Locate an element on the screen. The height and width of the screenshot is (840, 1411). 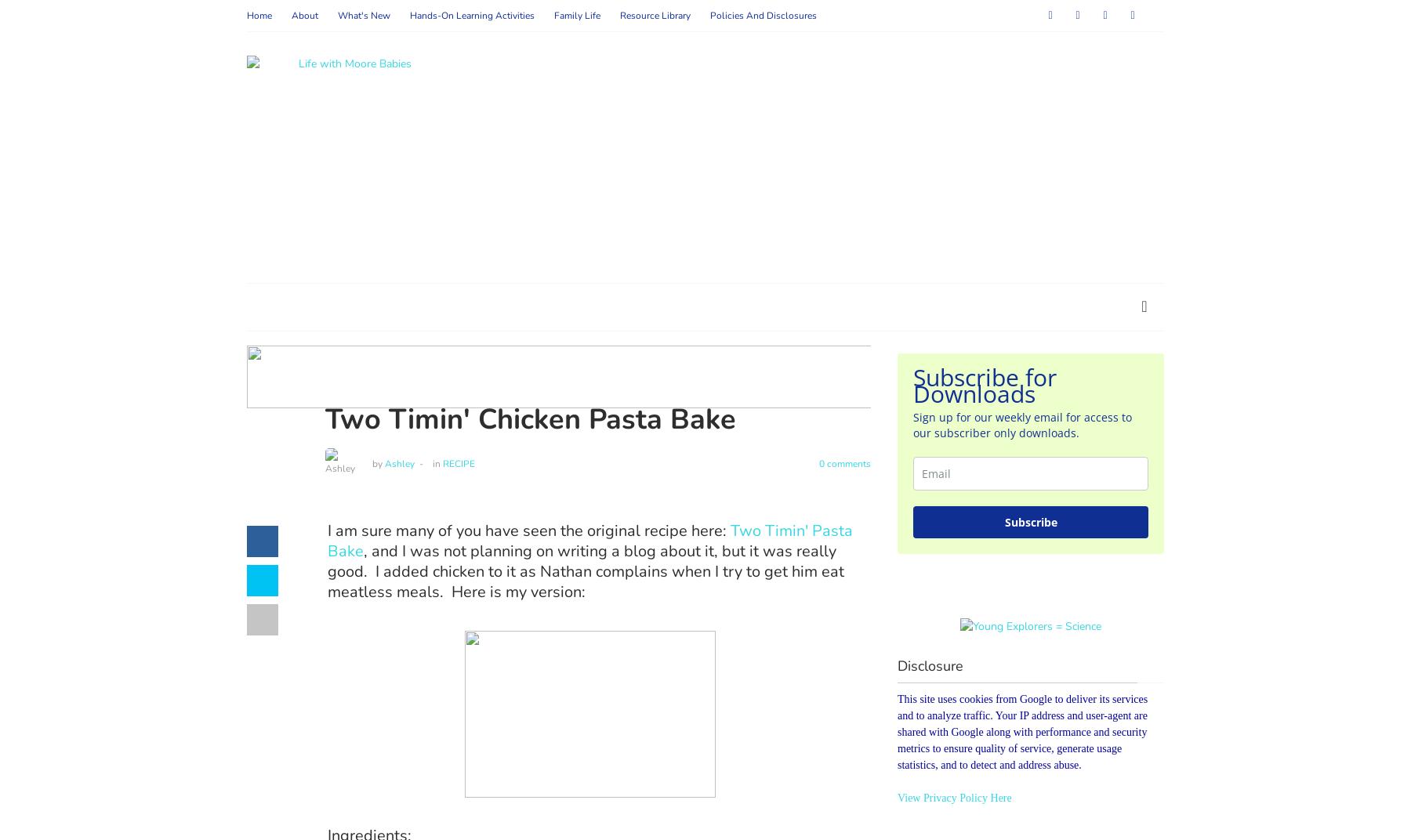
'Resource Library' is located at coordinates (619, 15).